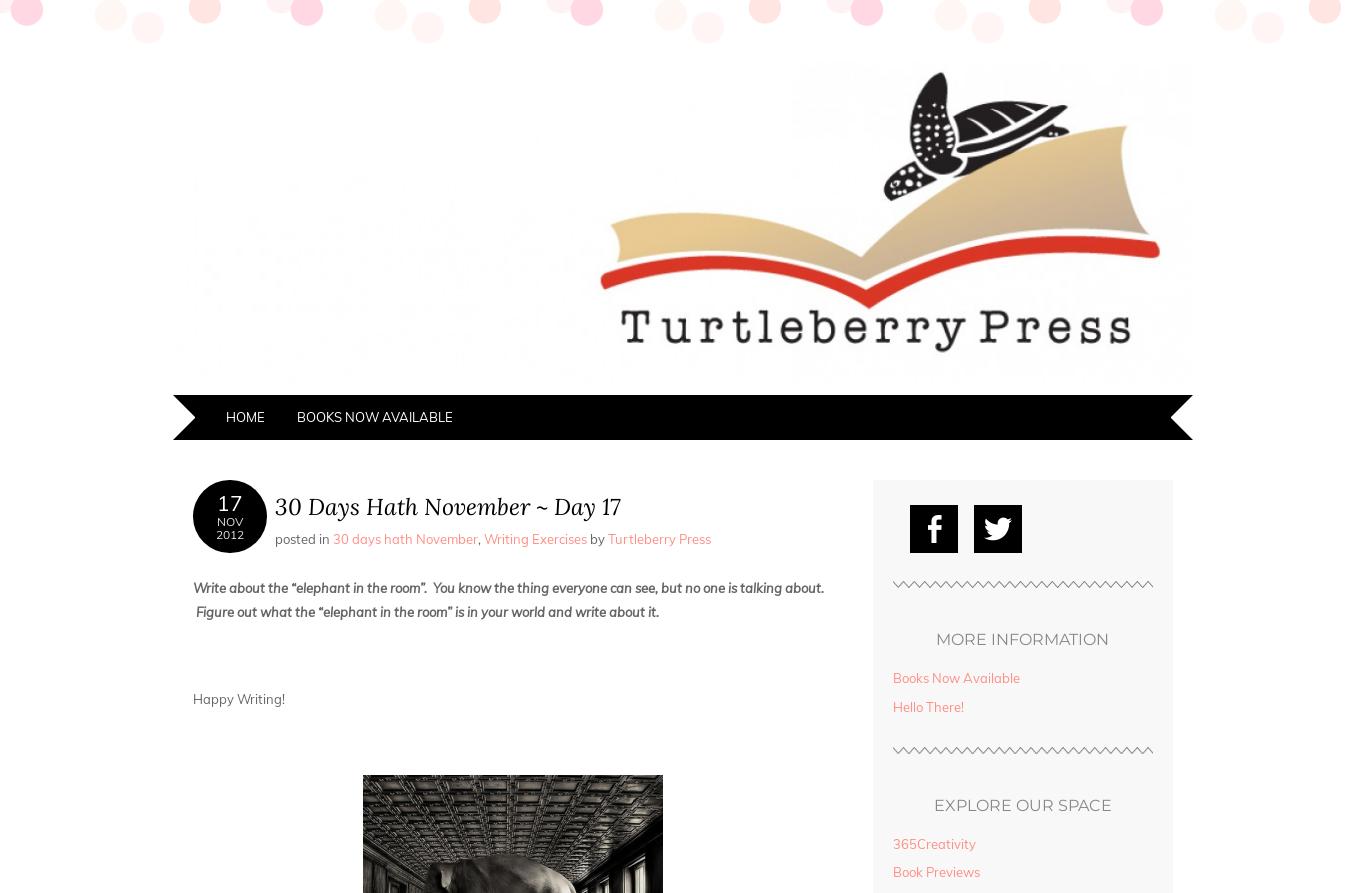 The width and height of the screenshot is (1366, 893). What do you see at coordinates (483, 537) in the screenshot?
I see `'Writing Exercises'` at bounding box center [483, 537].